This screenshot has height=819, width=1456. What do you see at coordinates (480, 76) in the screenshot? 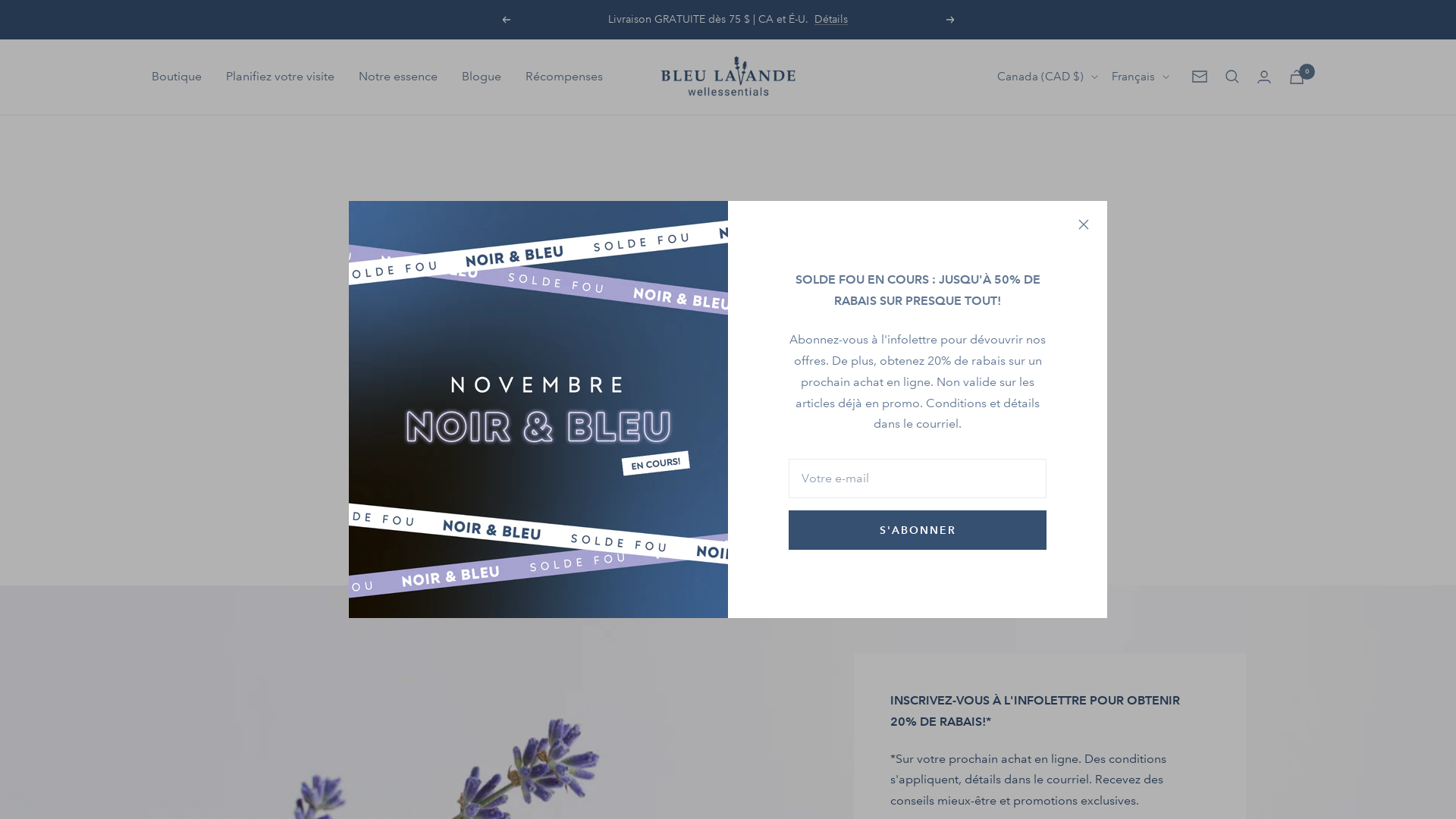
I see `'Blogue'` at bounding box center [480, 76].